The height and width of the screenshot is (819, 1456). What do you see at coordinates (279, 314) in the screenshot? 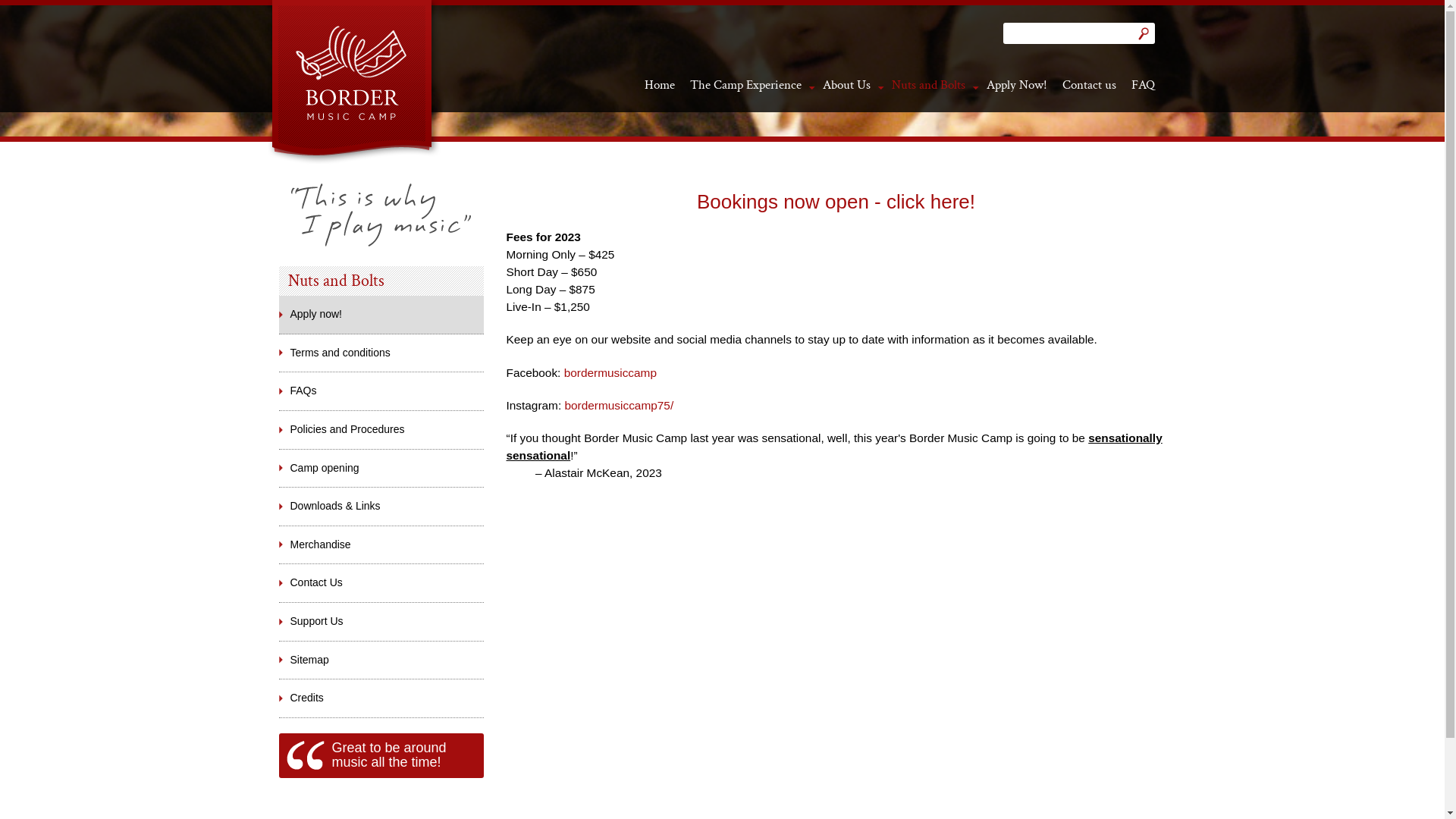
I see `'Apply now!'` at bounding box center [279, 314].